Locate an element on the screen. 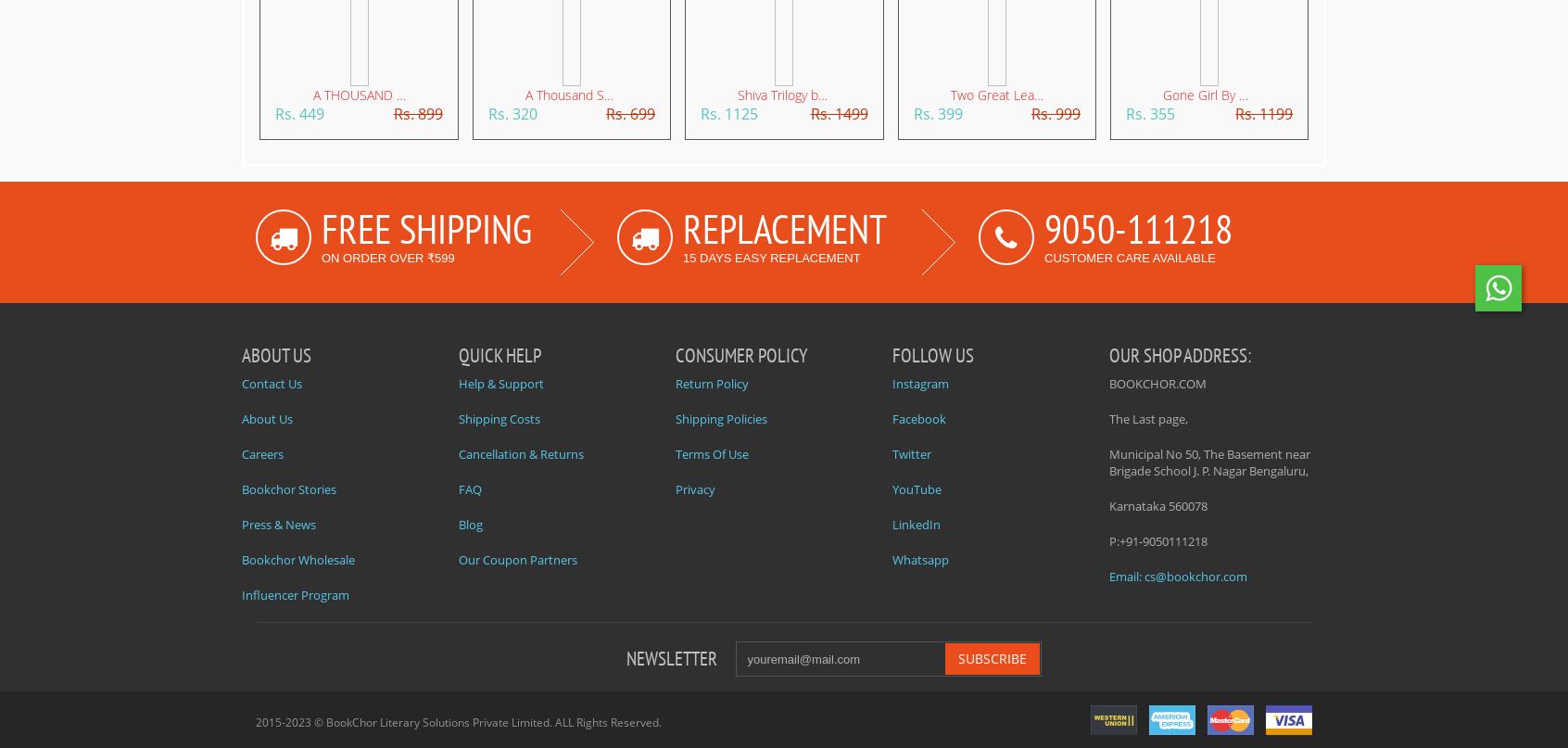 The image size is (1568, 748). 'Return Policy' is located at coordinates (711, 382).